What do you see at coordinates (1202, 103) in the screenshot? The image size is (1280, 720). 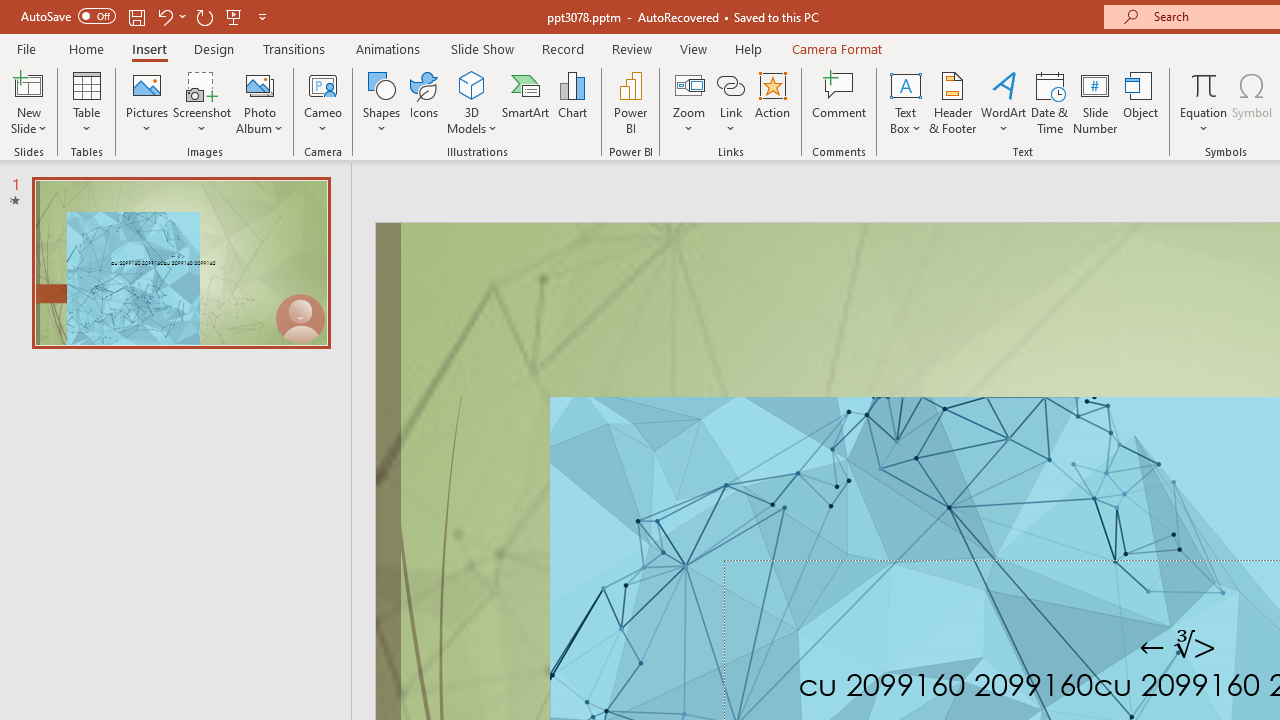 I see `'Equation'` at bounding box center [1202, 103].